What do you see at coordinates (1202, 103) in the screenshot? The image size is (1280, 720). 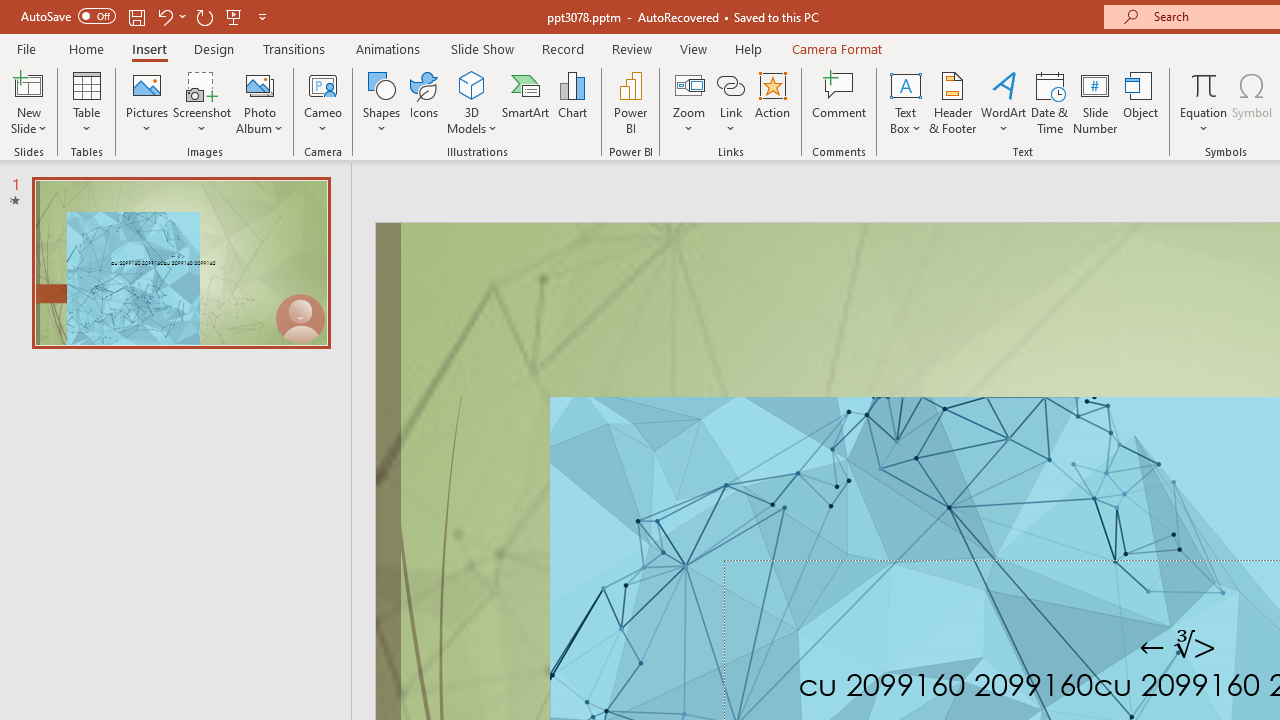 I see `'Equation'` at bounding box center [1202, 103].